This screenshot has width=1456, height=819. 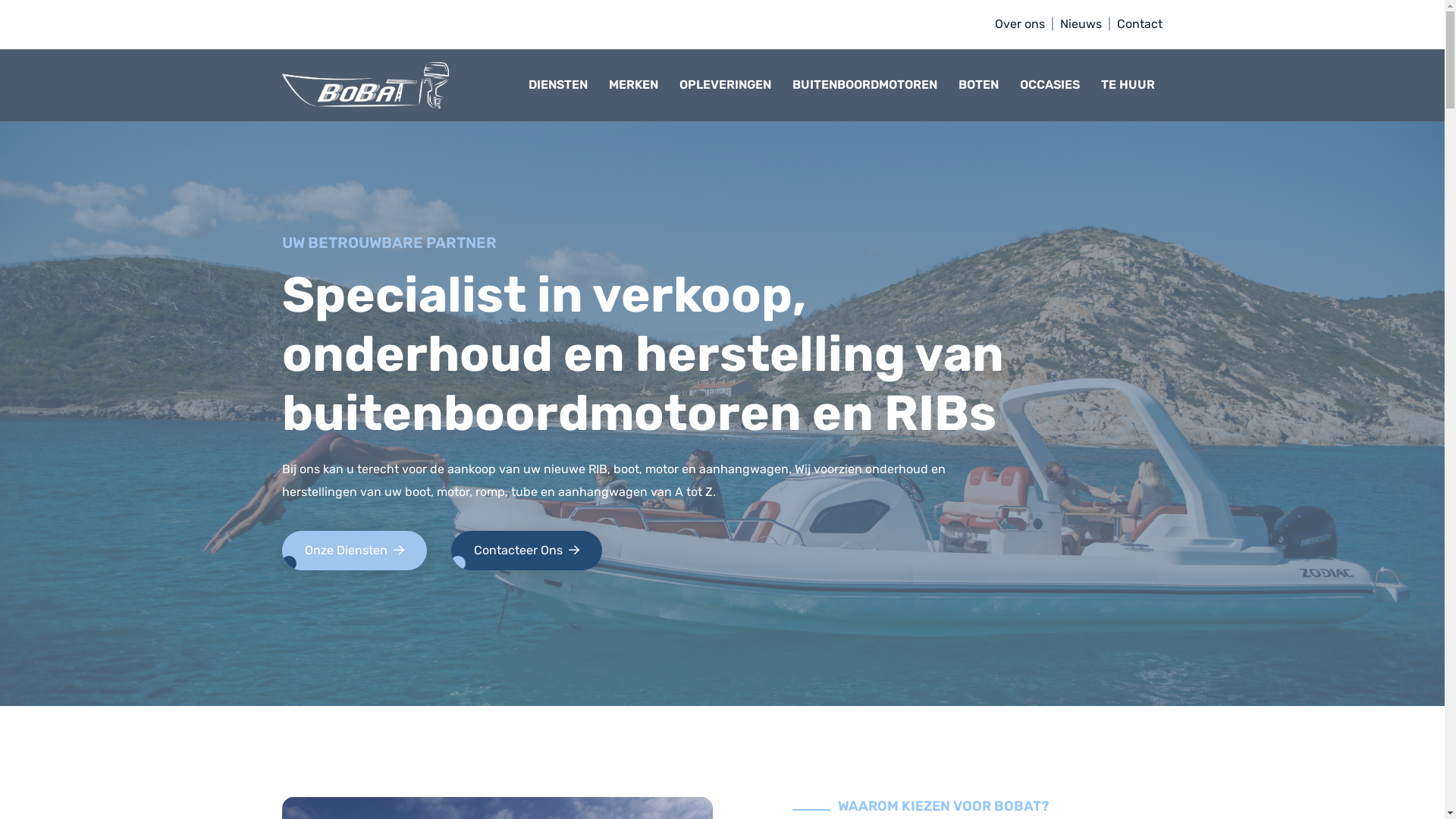 I want to click on 'Over ons', so click(x=1019, y=24).